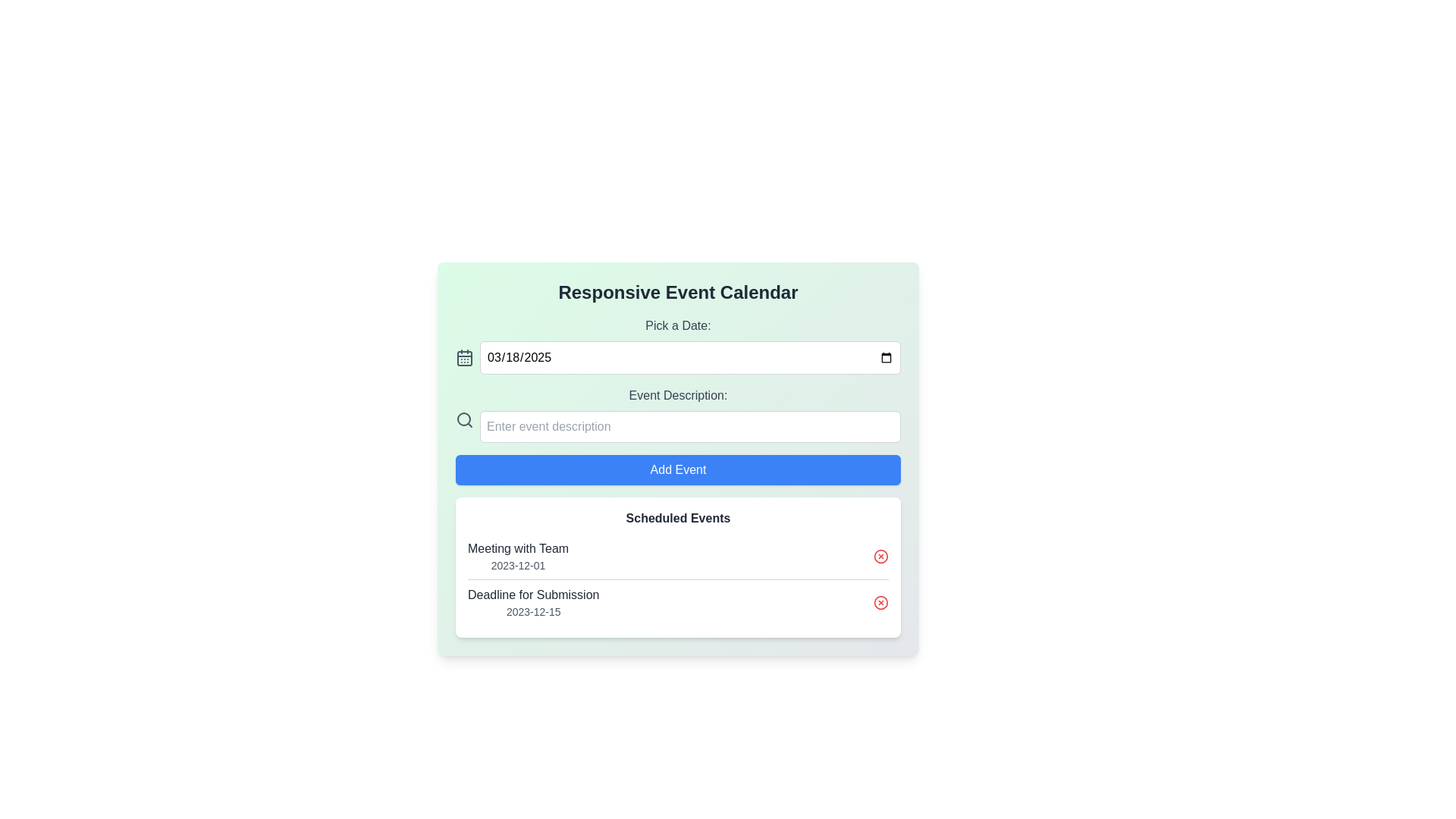 This screenshot has width=1456, height=819. I want to click on the first scheduled meeting event displayed in the 'Scheduled Events' section by moving the cursor to its location, so click(518, 556).